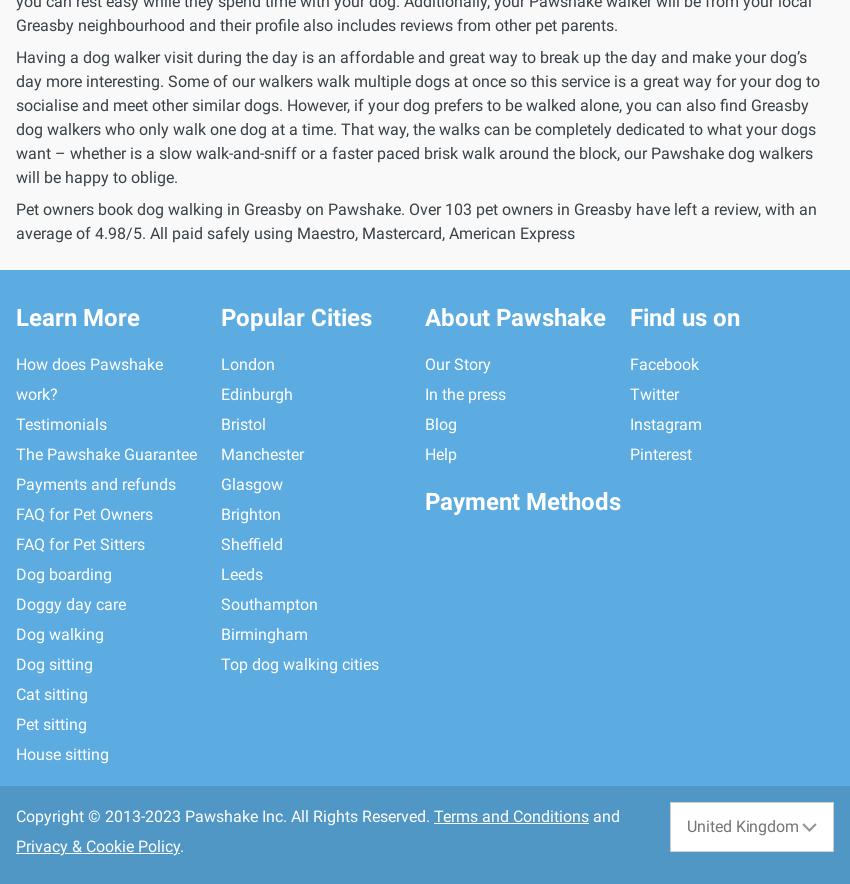  What do you see at coordinates (653, 394) in the screenshot?
I see `'Twitter'` at bounding box center [653, 394].